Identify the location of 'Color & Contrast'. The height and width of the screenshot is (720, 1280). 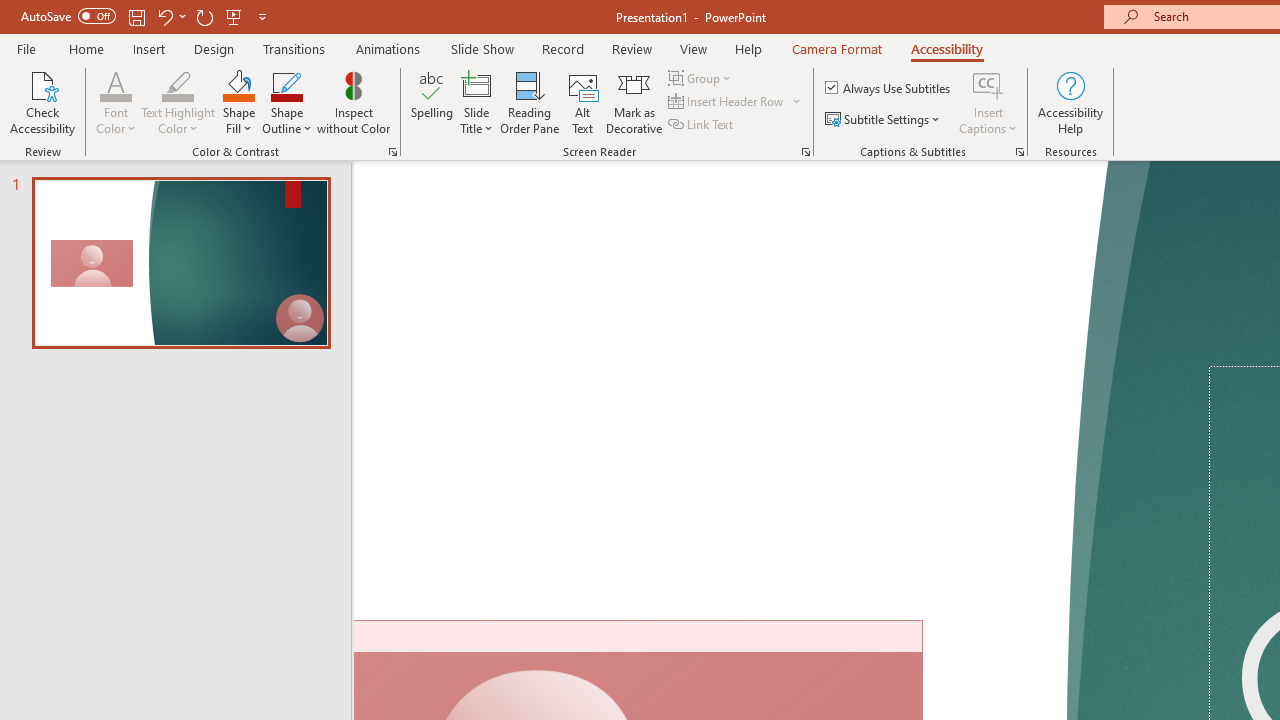
(392, 150).